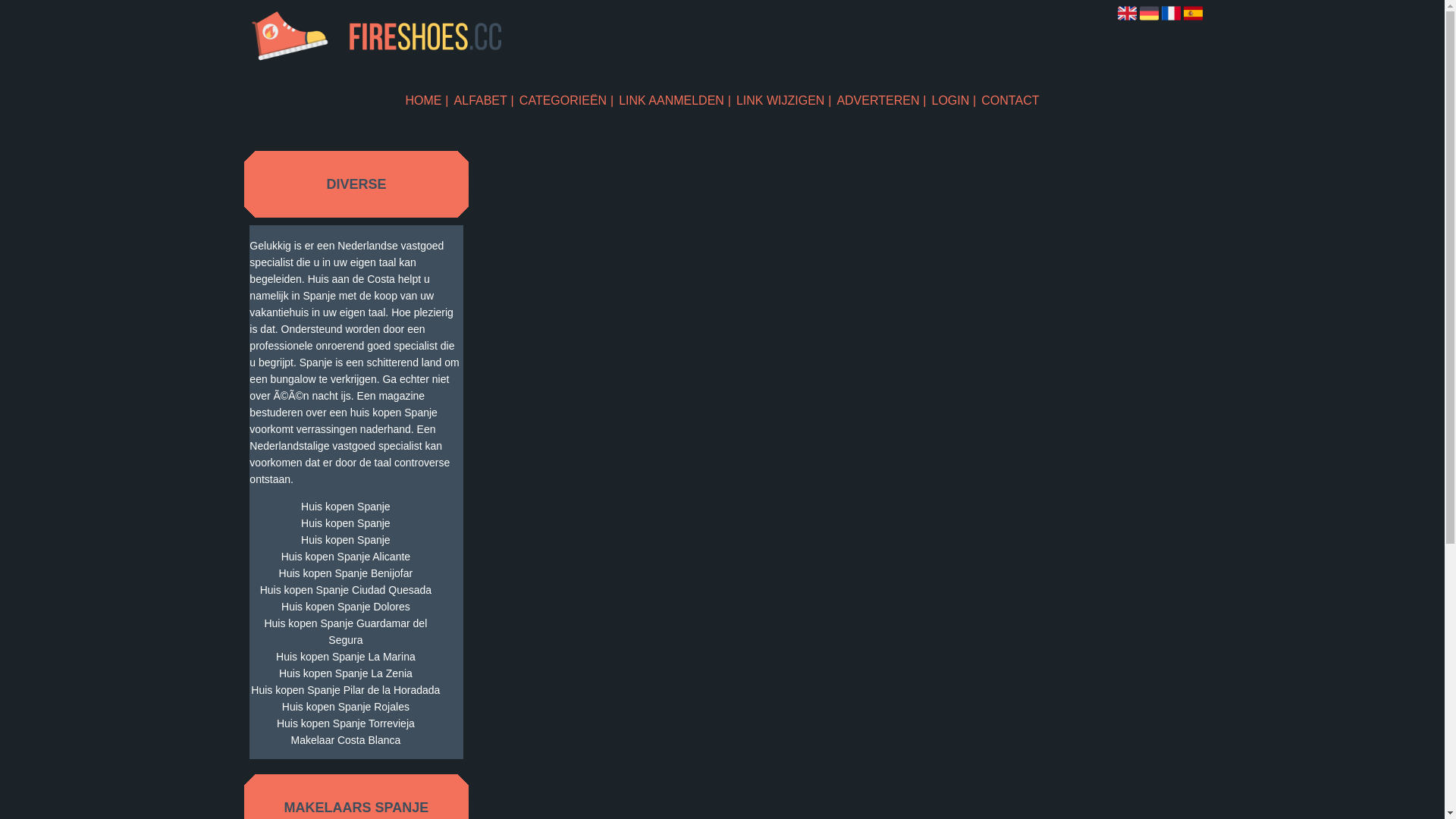  I want to click on 'Makelaar Costa Blanca', so click(344, 739).